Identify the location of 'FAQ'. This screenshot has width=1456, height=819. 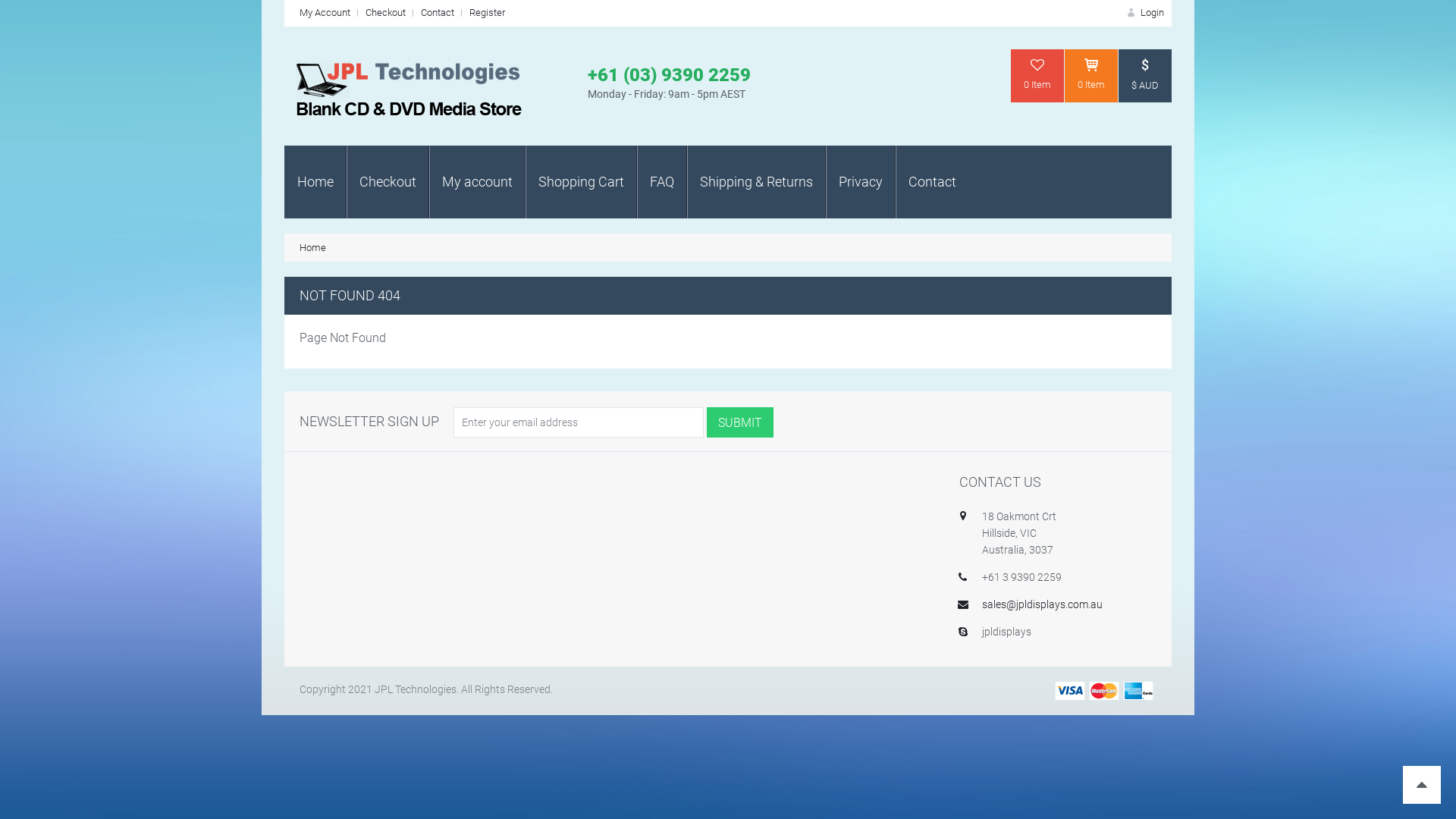
(662, 180).